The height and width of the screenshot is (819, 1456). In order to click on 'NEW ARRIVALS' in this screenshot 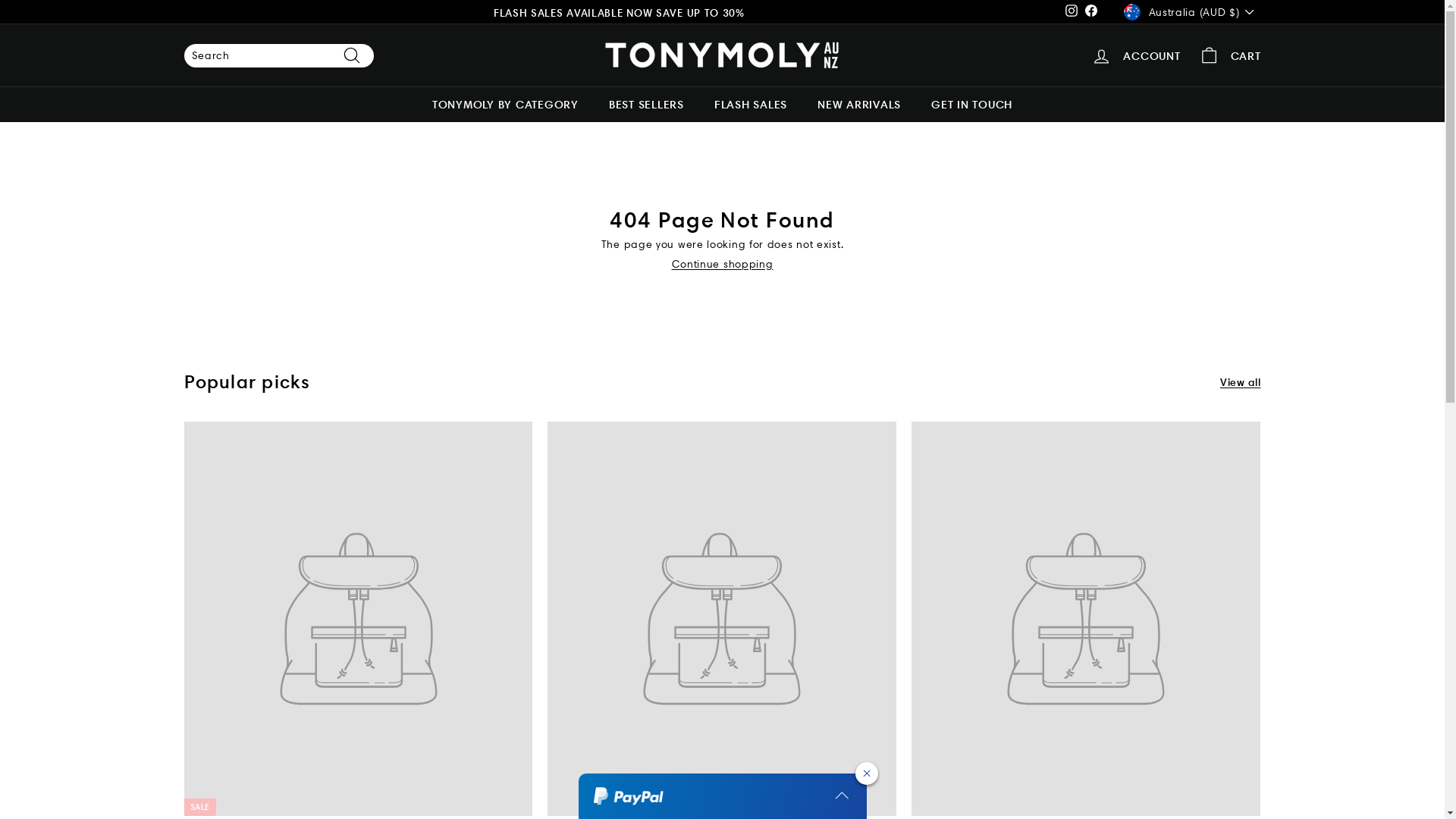, I will do `click(858, 103)`.